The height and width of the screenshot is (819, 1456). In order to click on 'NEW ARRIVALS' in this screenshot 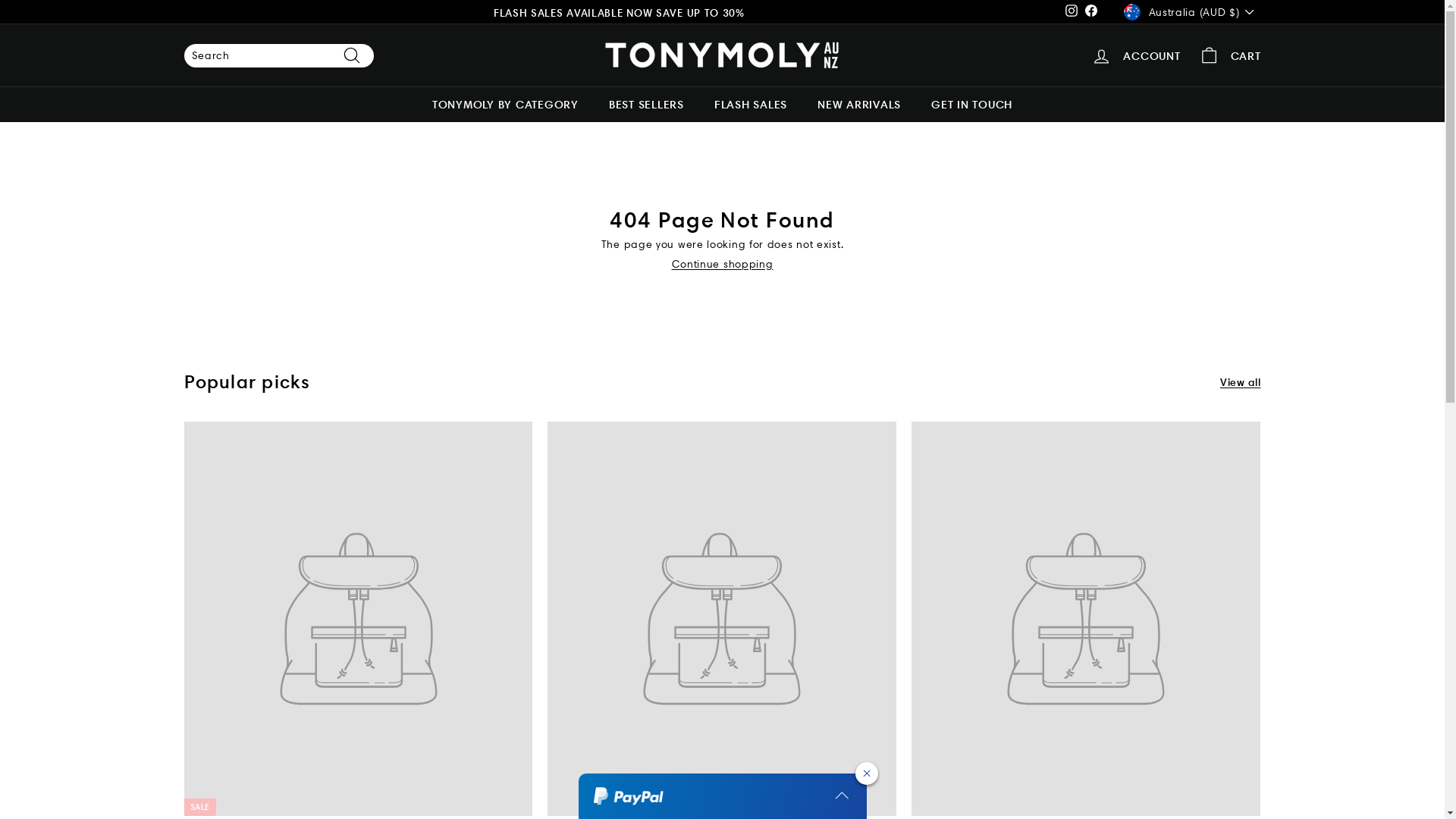, I will do `click(858, 103)`.